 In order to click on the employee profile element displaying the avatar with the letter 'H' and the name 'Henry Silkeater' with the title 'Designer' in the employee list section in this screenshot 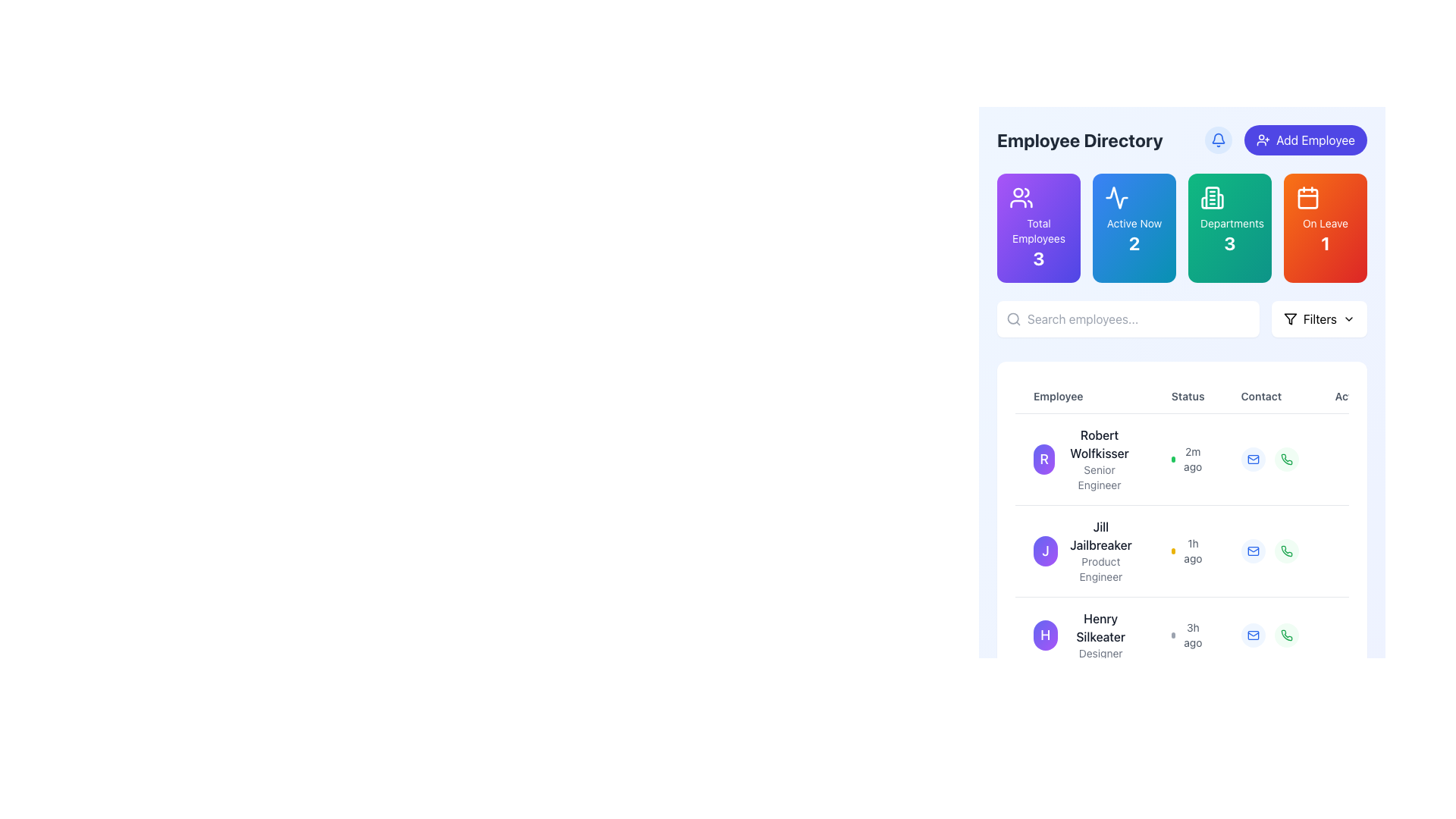, I will do `click(1083, 635)`.